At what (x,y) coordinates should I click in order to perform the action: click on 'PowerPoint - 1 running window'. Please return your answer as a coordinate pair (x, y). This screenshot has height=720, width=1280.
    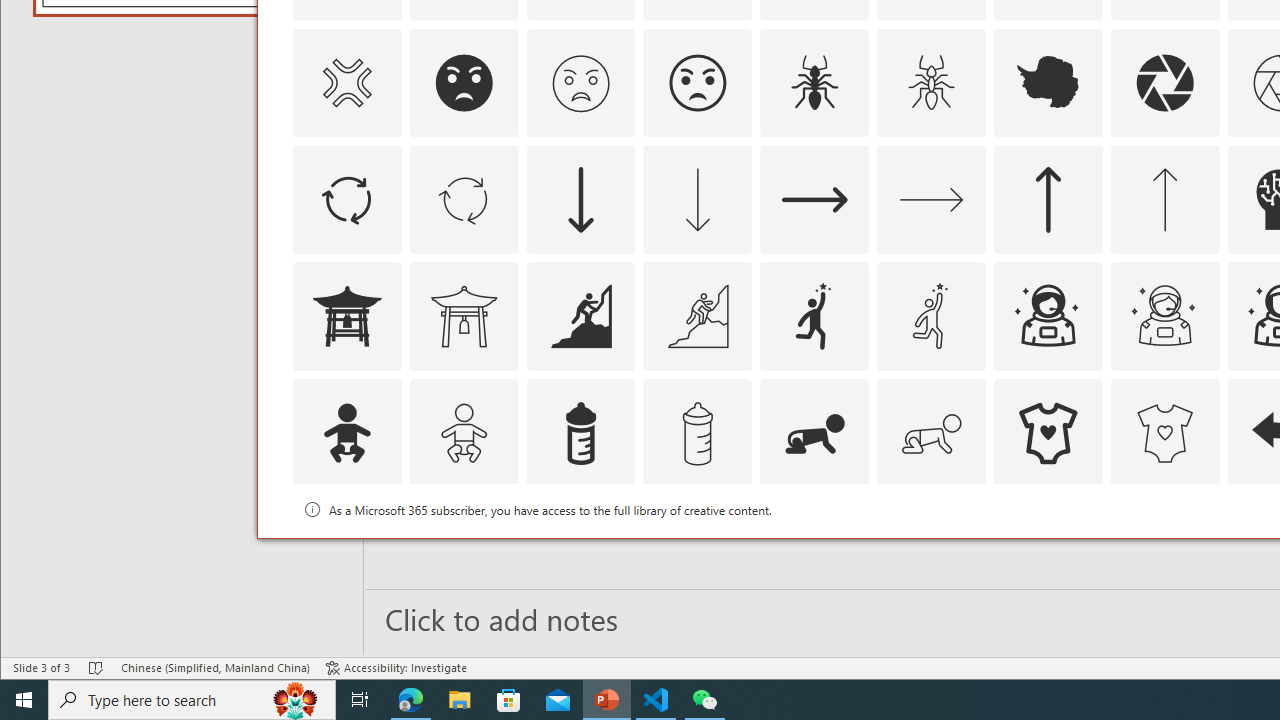
    Looking at the image, I should click on (606, 698).